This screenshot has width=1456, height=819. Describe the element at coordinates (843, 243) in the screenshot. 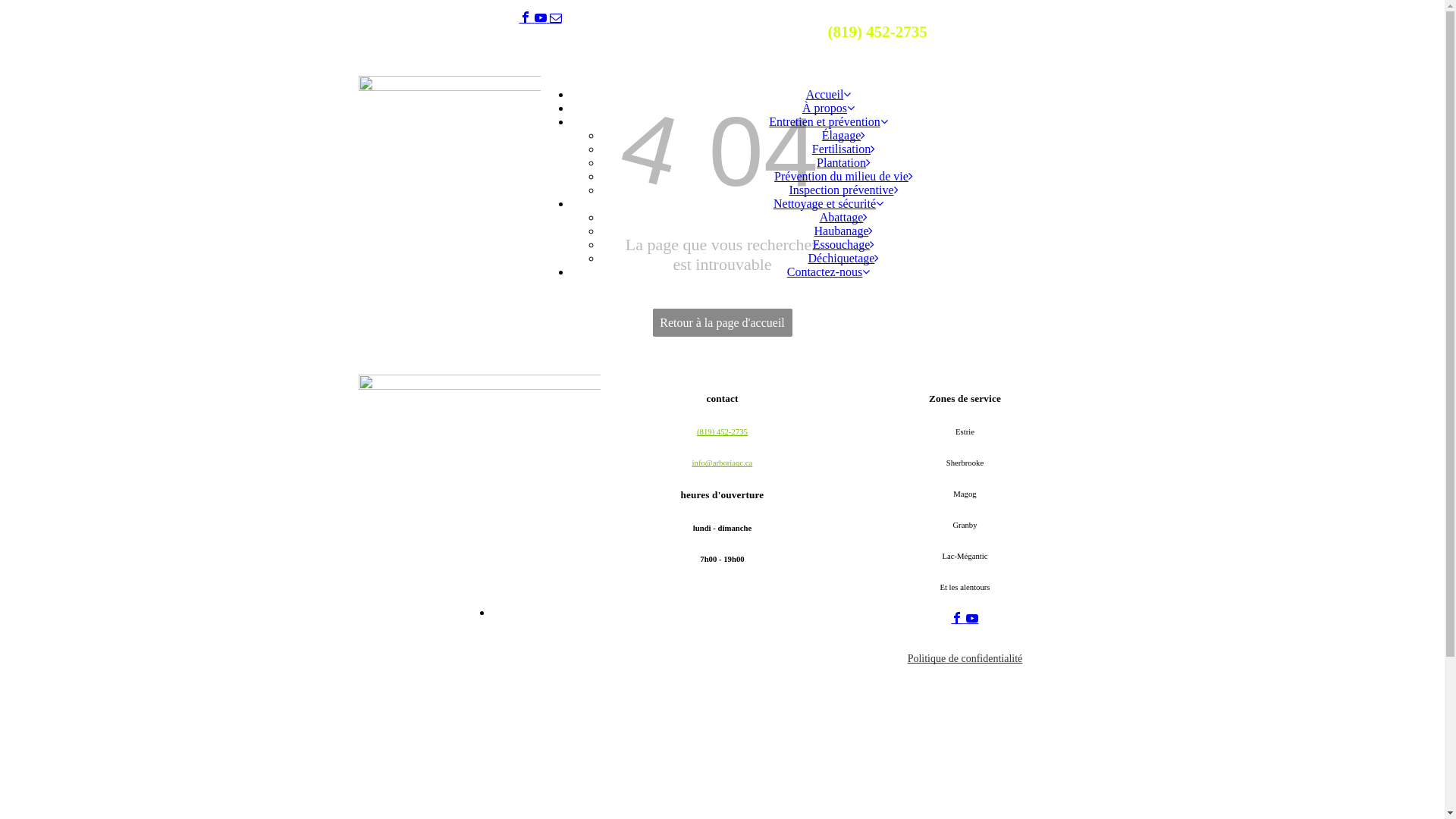

I see `'Essouchage'` at that location.